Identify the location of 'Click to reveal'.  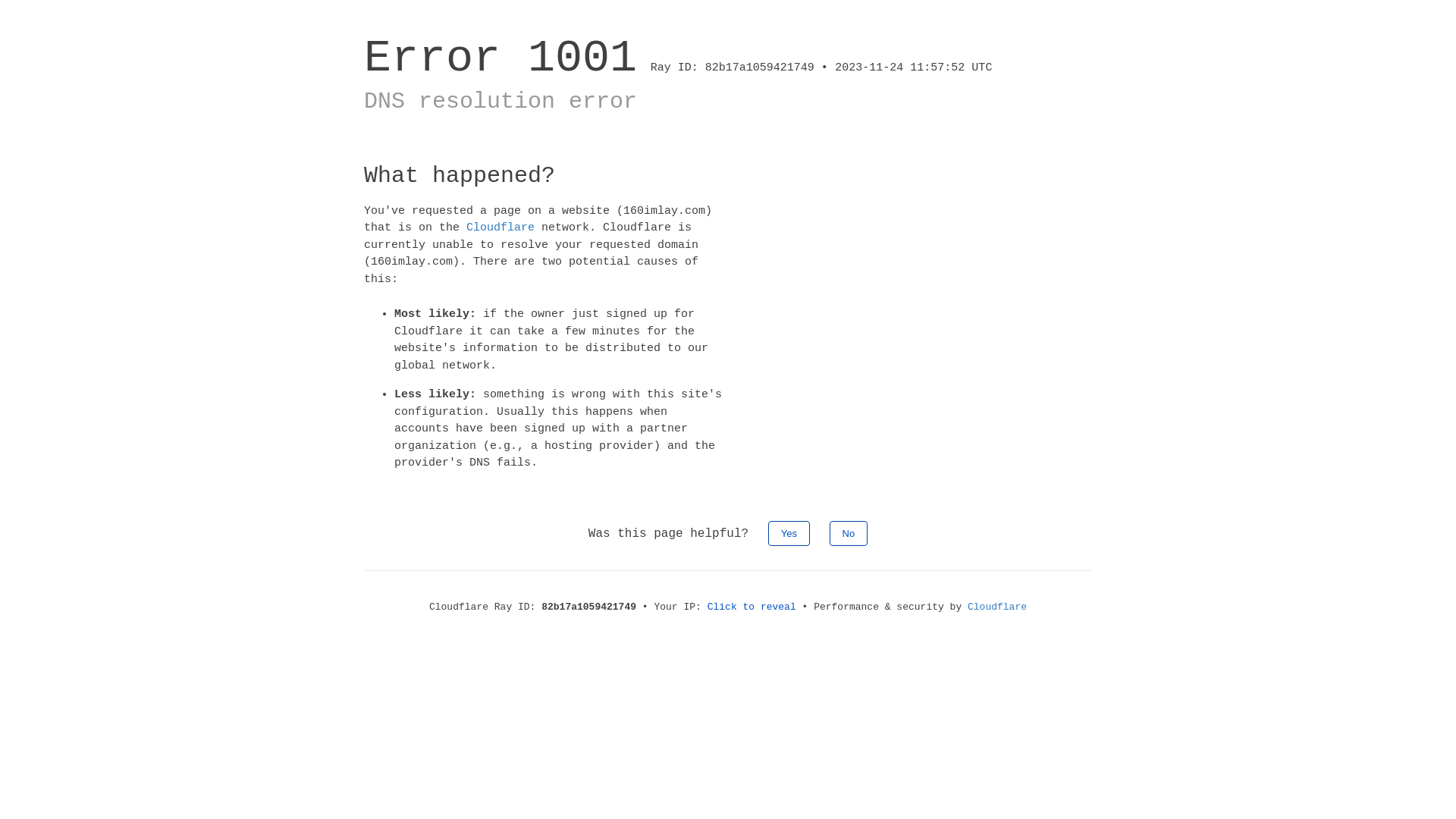
(752, 605).